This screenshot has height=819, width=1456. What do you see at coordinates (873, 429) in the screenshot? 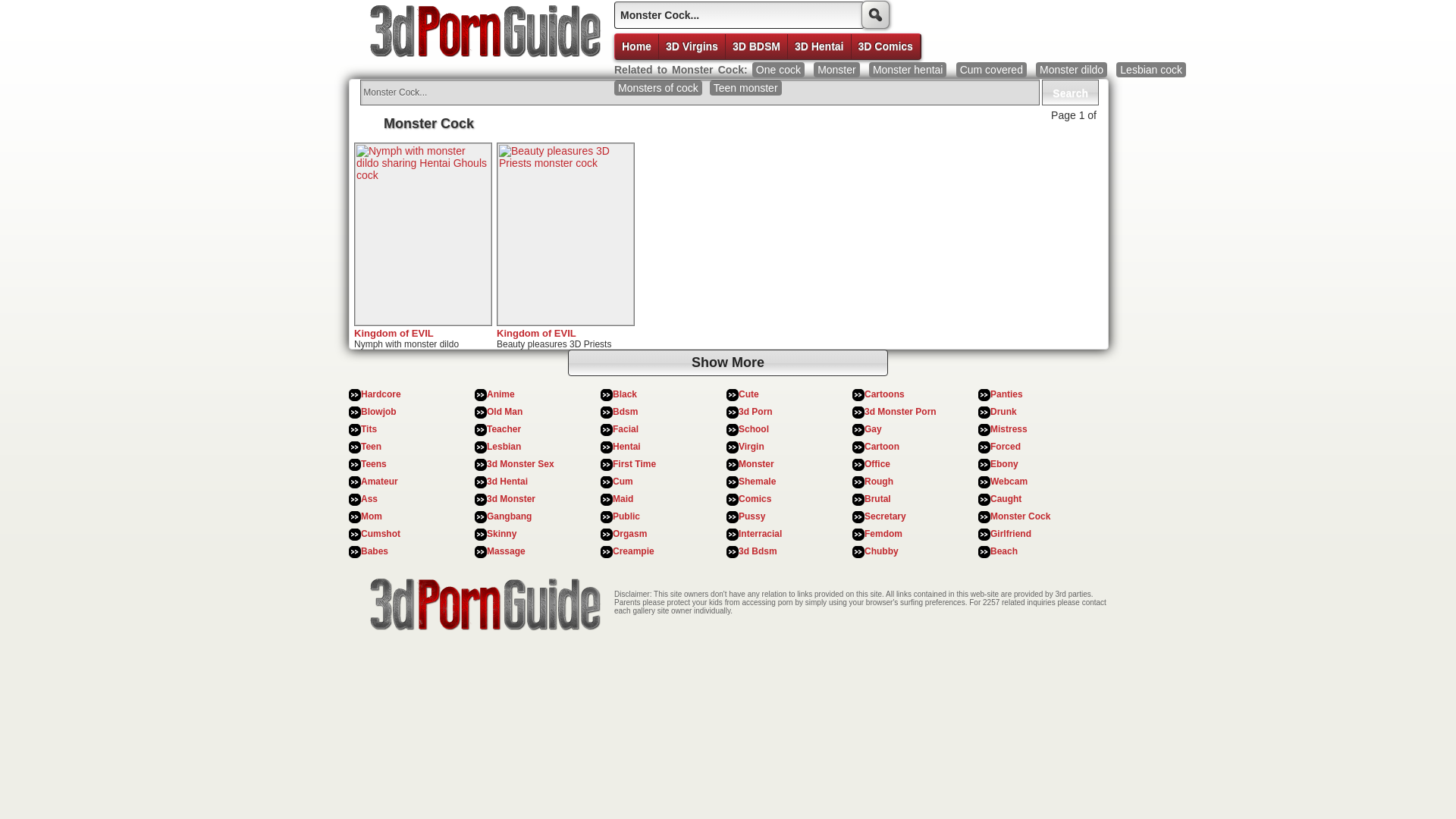
I see `'Gay'` at bounding box center [873, 429].